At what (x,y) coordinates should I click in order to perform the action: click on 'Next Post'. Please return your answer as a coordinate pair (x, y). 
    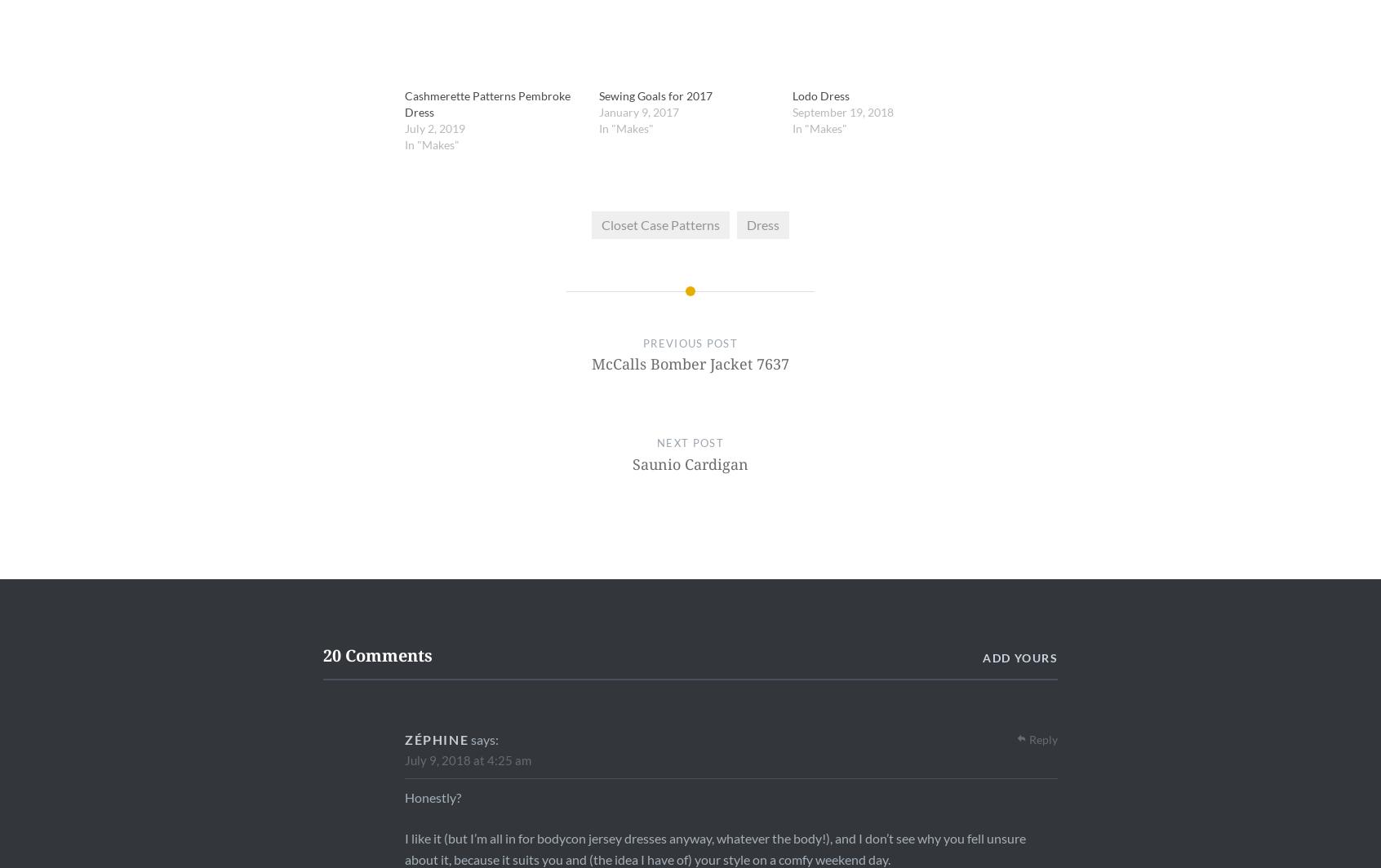
    Looking at the image, I should click on (690, 442).